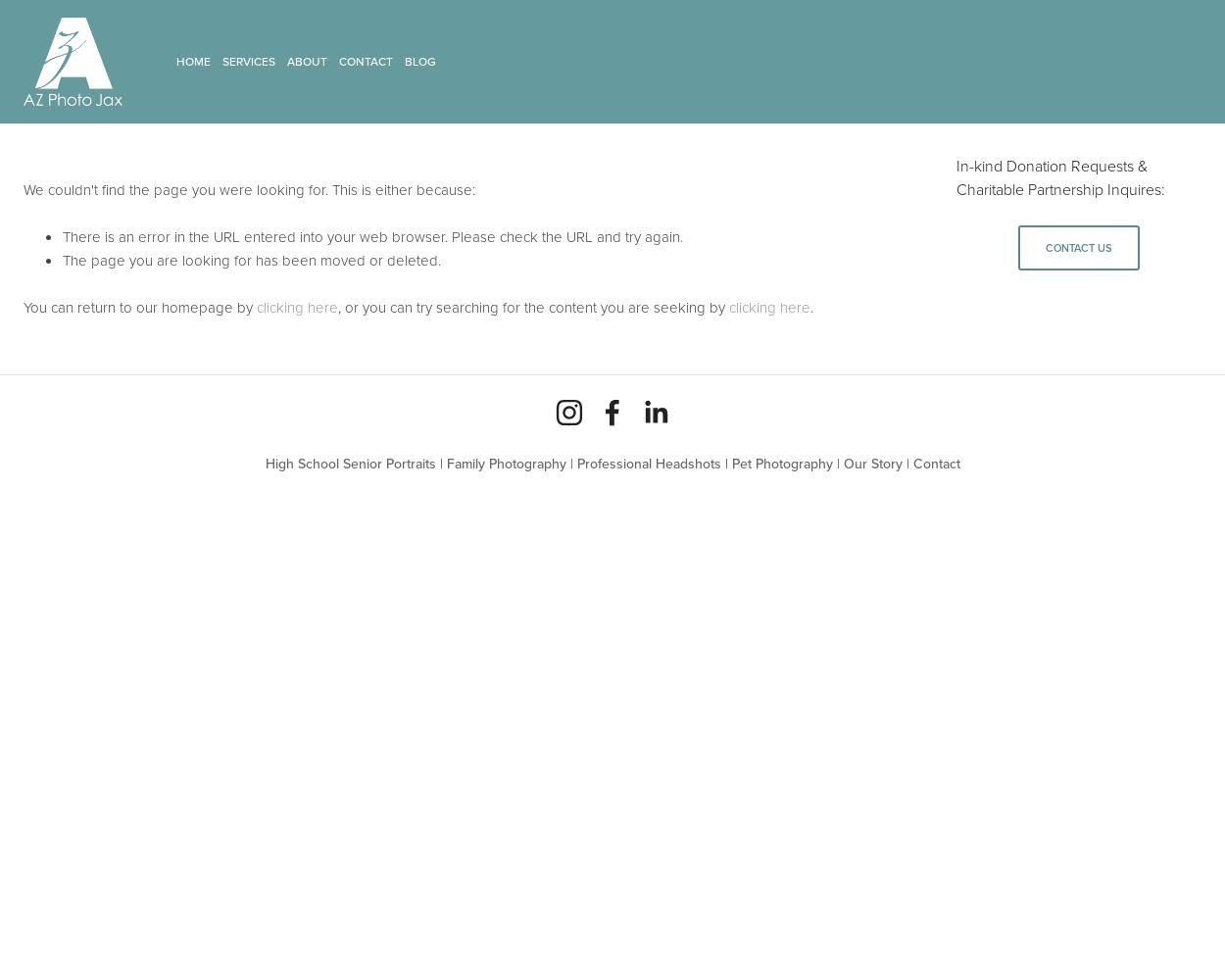 Image resolution: width=1225 pixels, height=980 pixels. Describe the element at coordinates (872, 463) in the screenshot. I see `'Our Story'` at that location.